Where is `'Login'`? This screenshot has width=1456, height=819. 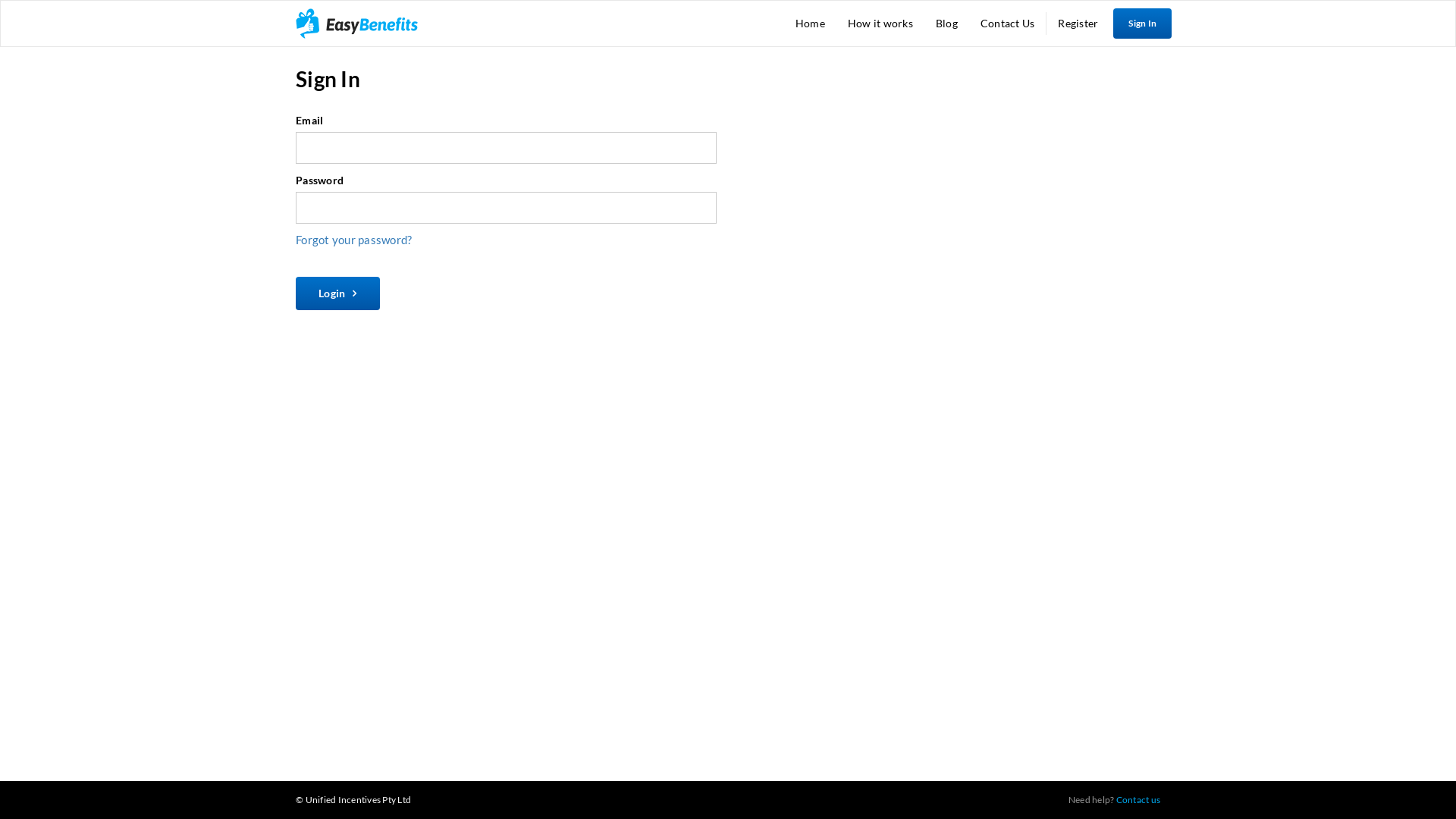
'Login' is located at coordinates (337, 293).